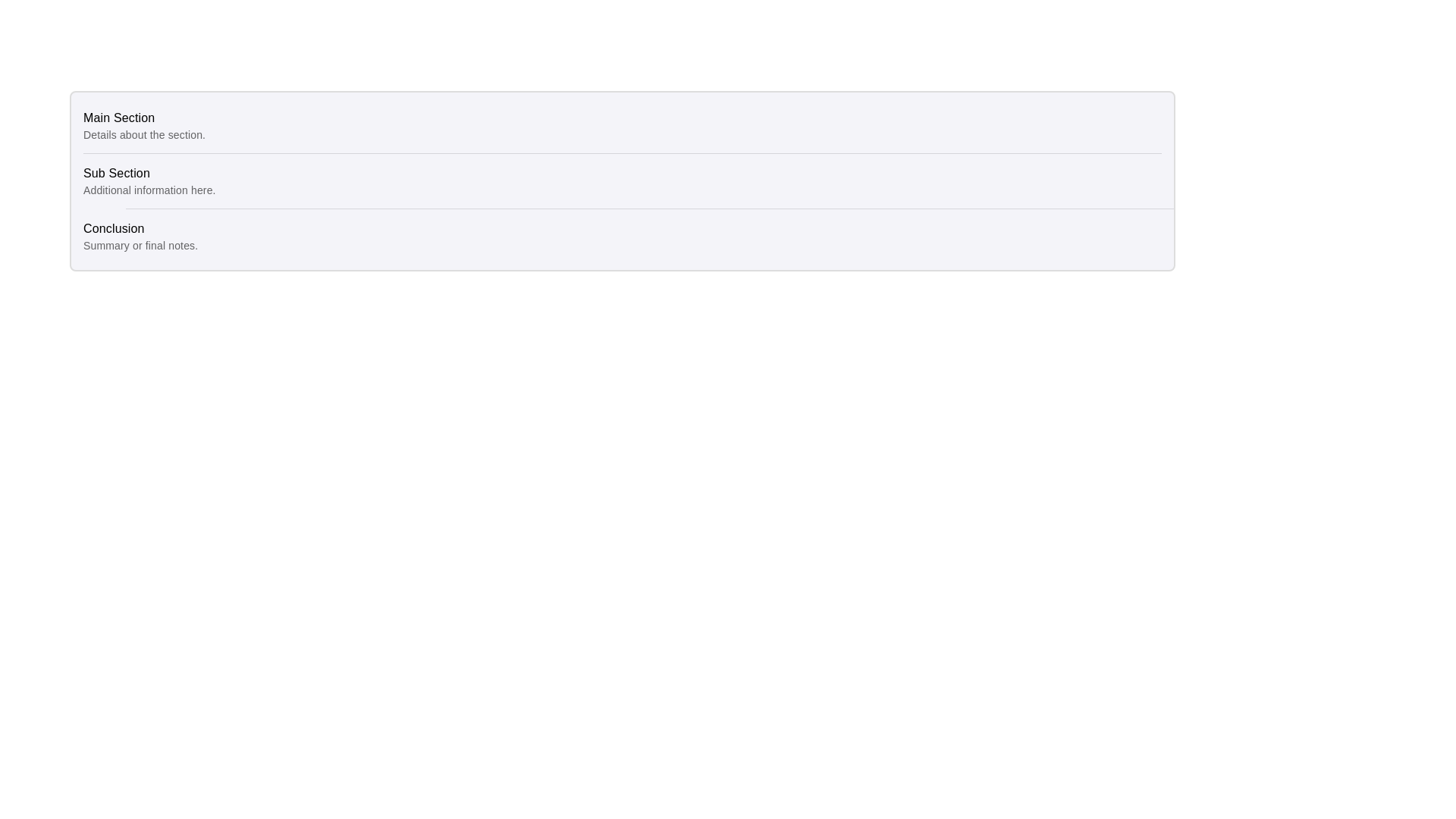  I want to click on the first list item that displays a title and a descriptive subtitle, so click(622, 124).